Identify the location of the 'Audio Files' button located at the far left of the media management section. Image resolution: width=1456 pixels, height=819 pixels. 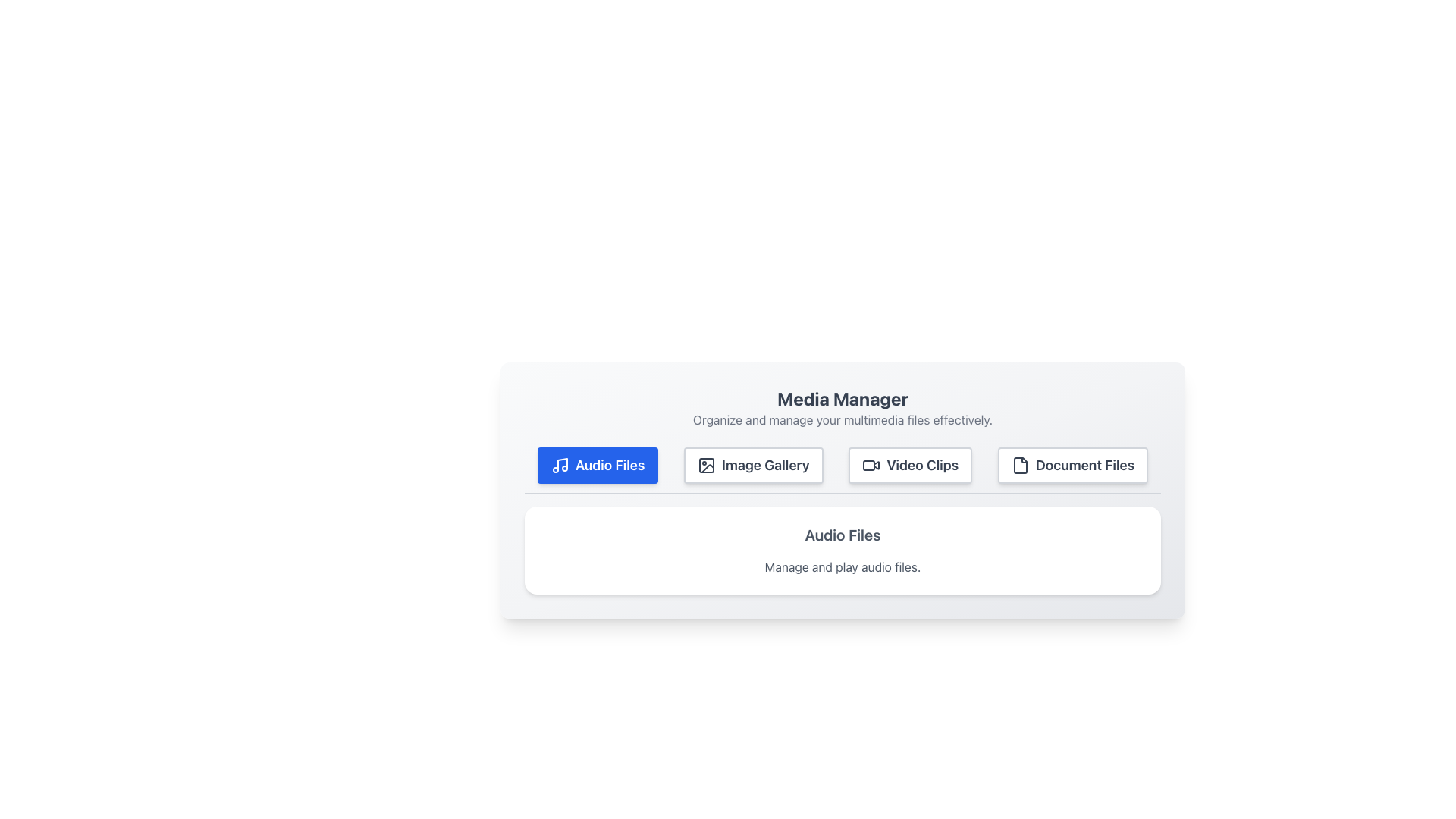
(597, 464).